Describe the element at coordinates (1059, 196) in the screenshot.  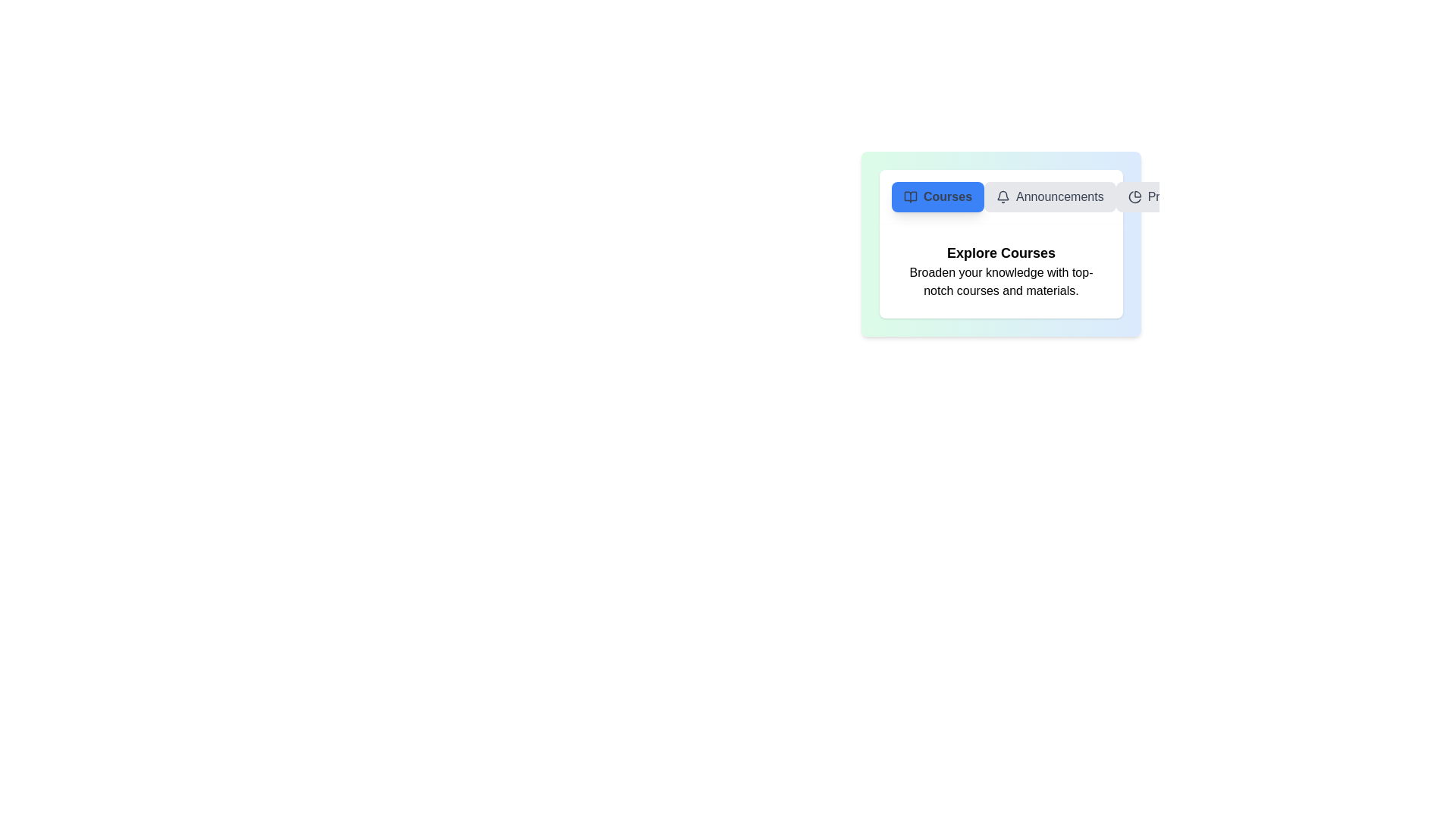
I see `the 'Announcements' text label within the navigation bar` at that location.